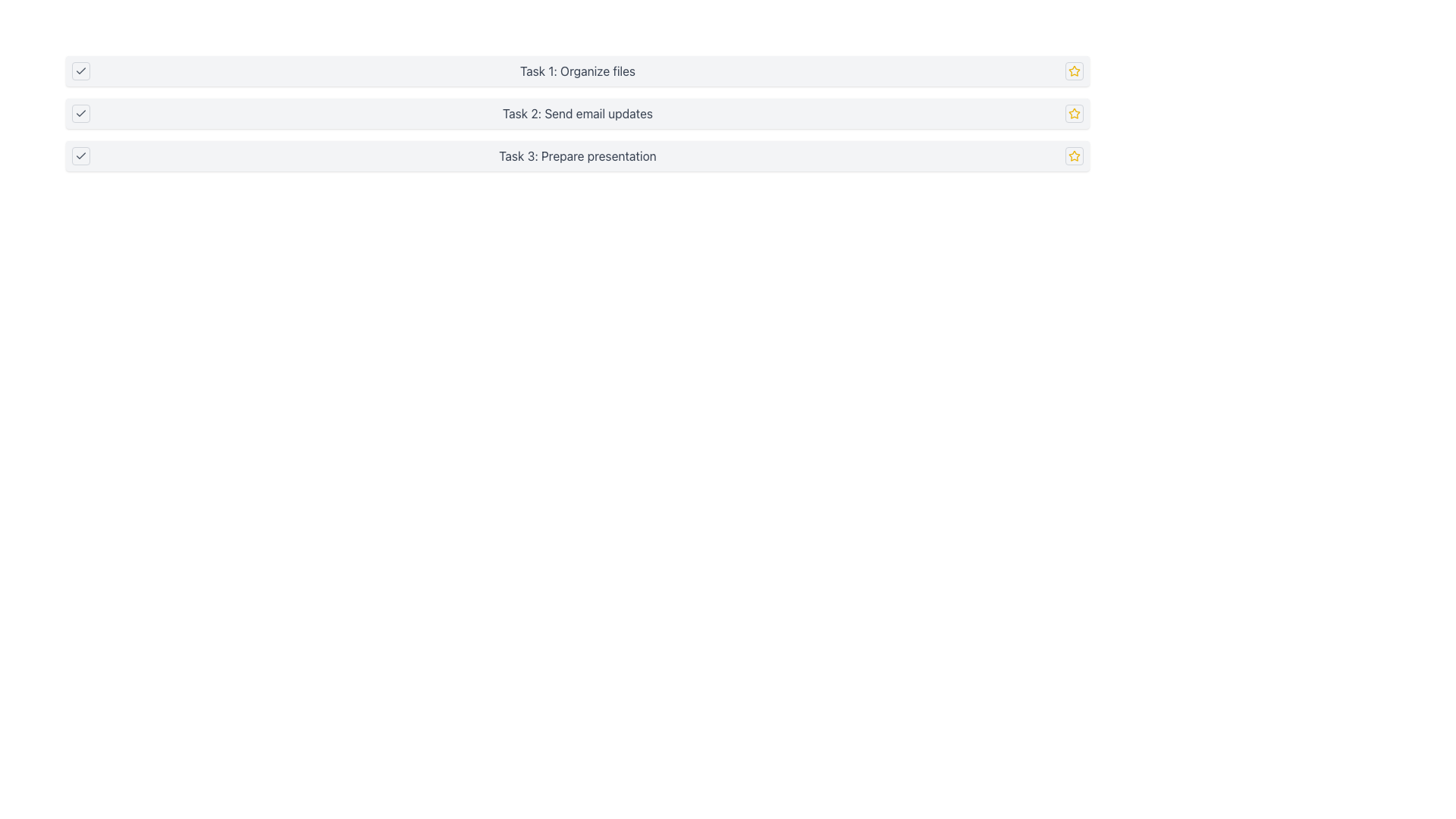 Image resolution: width=1456 pixels, height=819 pixels. I want to click on the descriptive label for the third task in the list, which is centered horizontally within its row and follows 'Task 2: Send email updates', so click(577, 155).